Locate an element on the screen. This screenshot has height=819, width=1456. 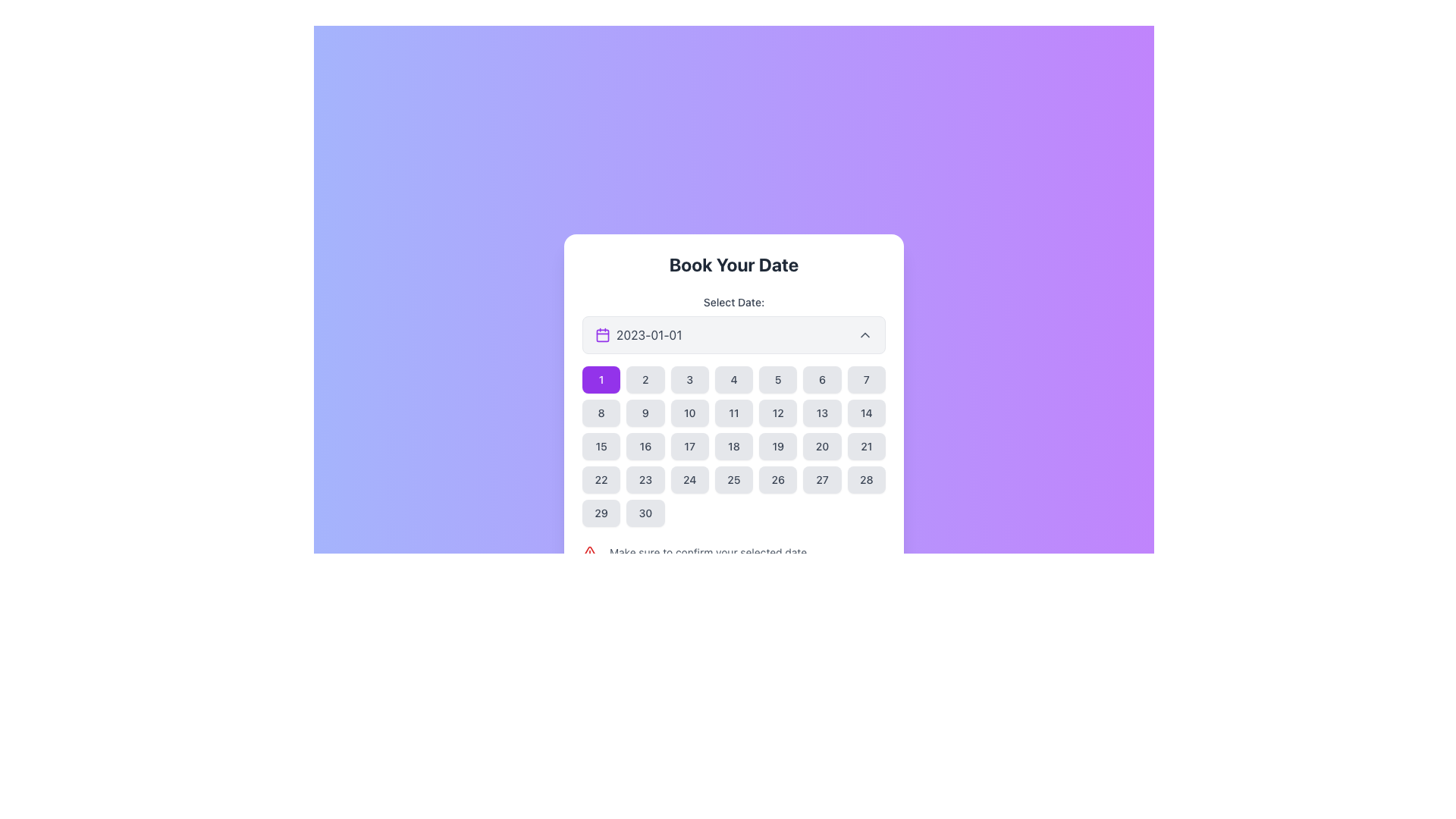
the small, rounded-rectangle button with a gray background and the text '7' is located at coordinates (866, 379).